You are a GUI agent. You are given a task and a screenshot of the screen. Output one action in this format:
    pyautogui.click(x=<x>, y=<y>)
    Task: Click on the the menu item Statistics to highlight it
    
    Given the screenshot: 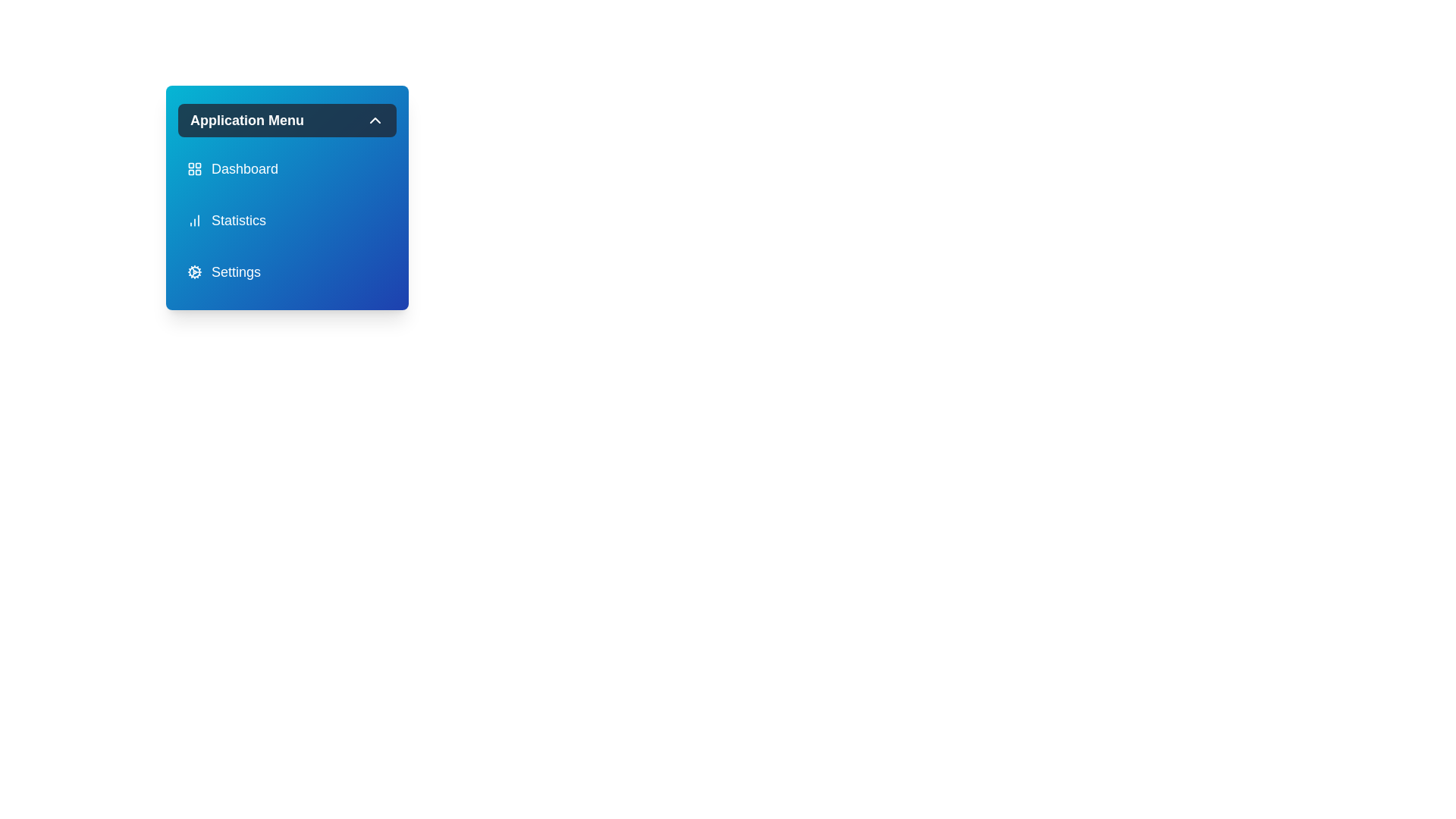 What is the action you would take?
    pyautogui.click(x=287, y=220)
    